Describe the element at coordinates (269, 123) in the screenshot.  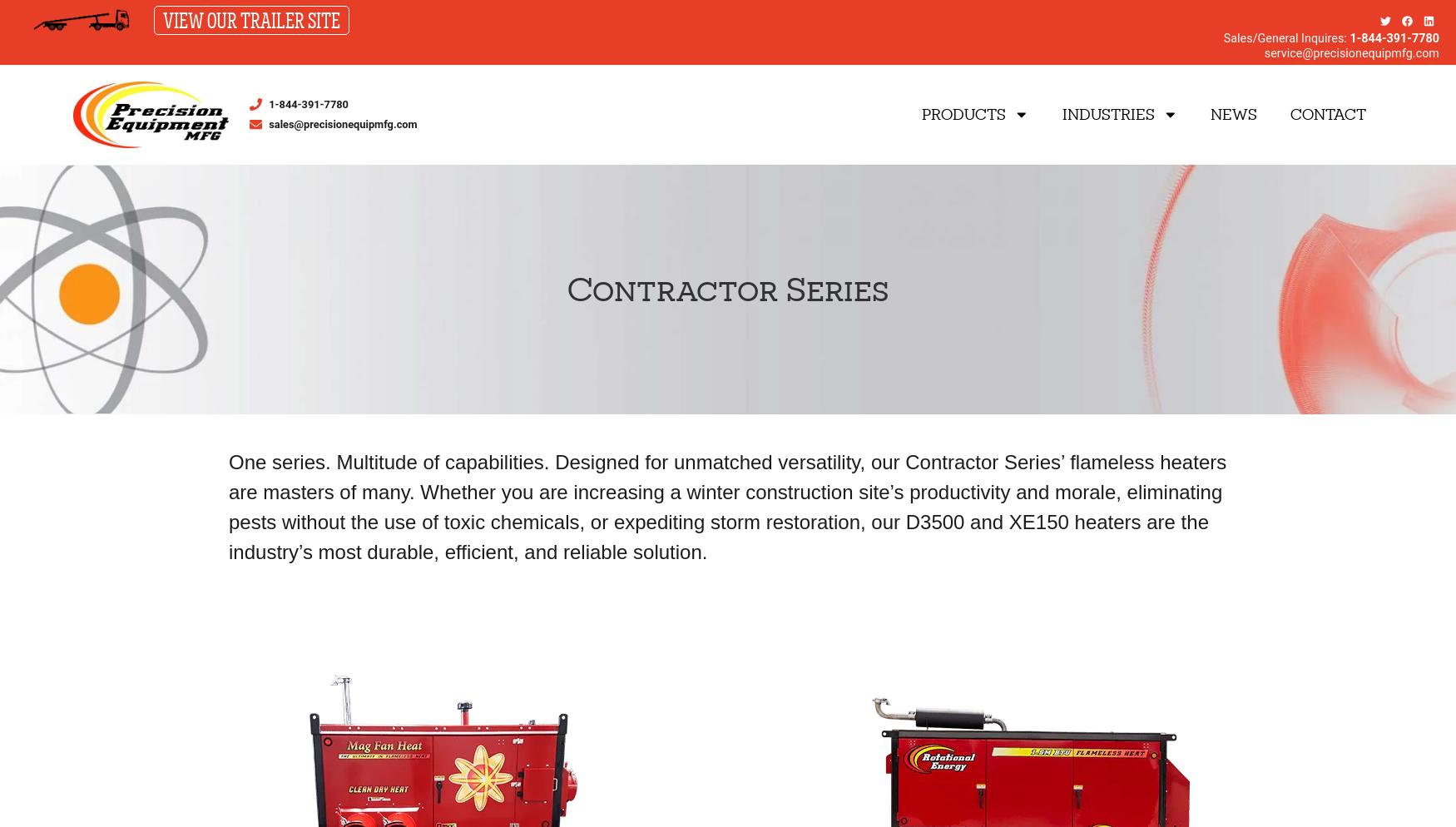
I see `'sales@precisionequipmfg.com'` at that location.